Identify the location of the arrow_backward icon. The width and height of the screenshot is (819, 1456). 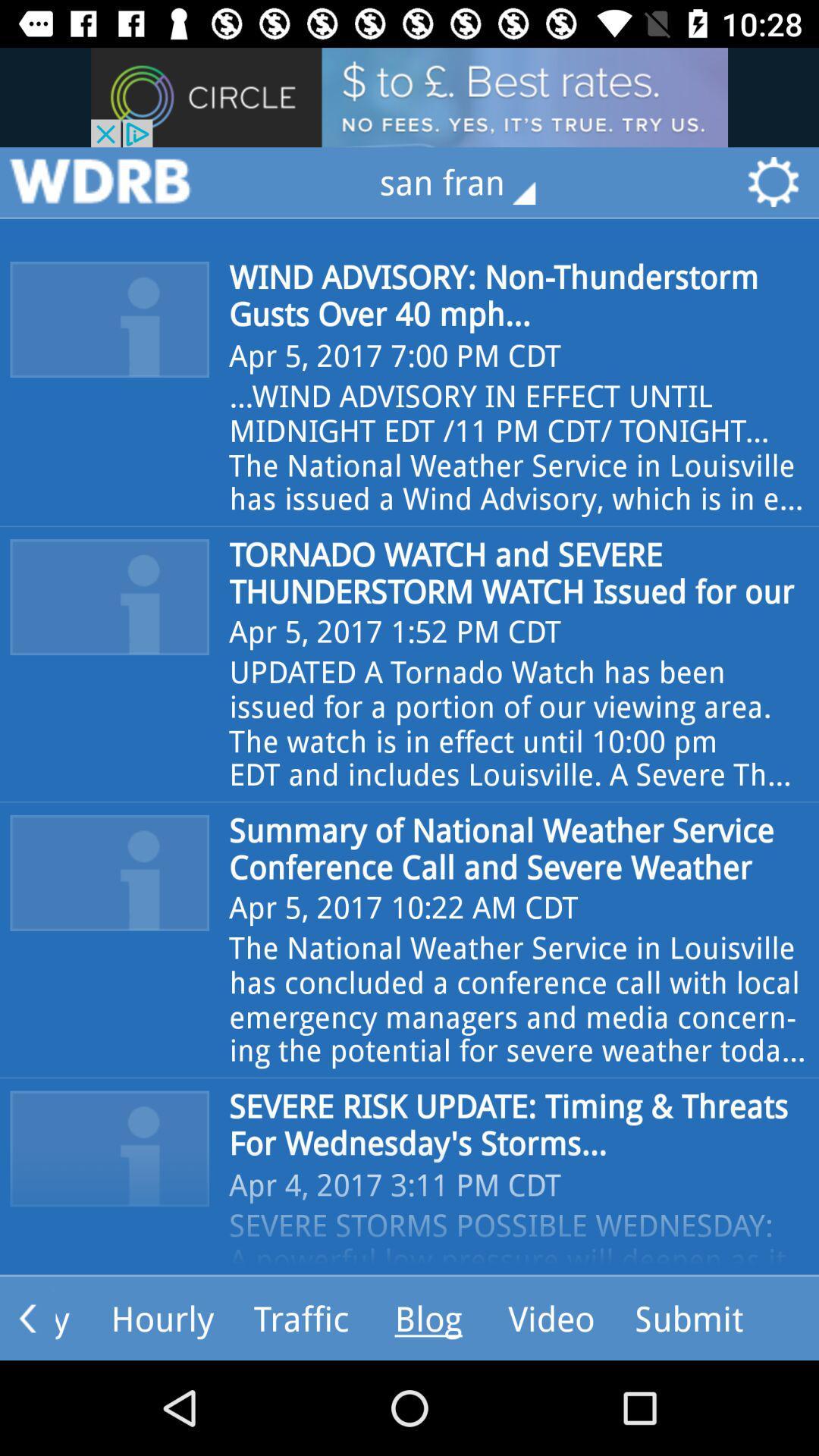
(27, 1317).